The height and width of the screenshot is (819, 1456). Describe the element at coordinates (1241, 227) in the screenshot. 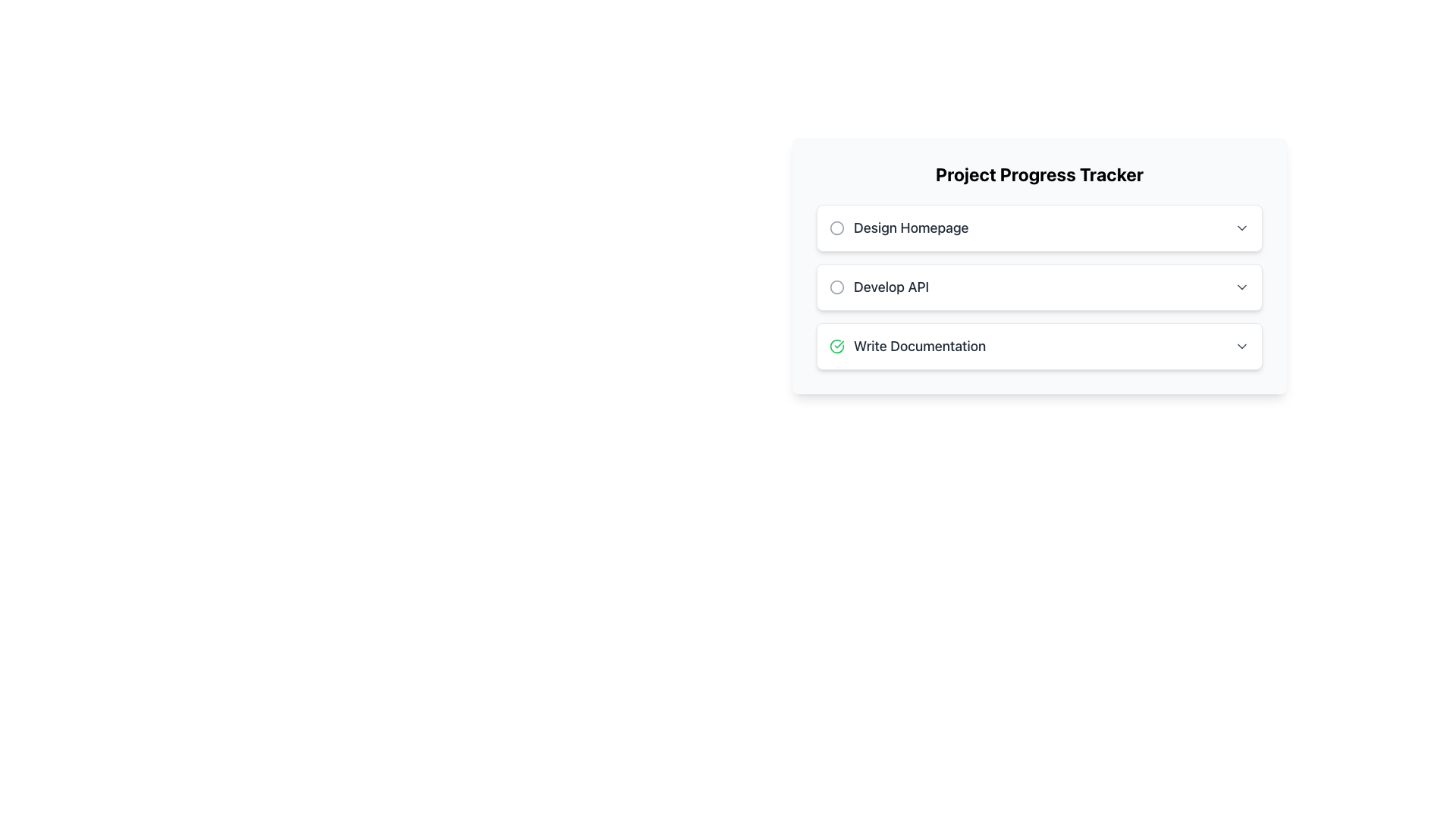

I see `the dropdown toggle button on the right side of the task row for 'Design Homepage'` at that location.